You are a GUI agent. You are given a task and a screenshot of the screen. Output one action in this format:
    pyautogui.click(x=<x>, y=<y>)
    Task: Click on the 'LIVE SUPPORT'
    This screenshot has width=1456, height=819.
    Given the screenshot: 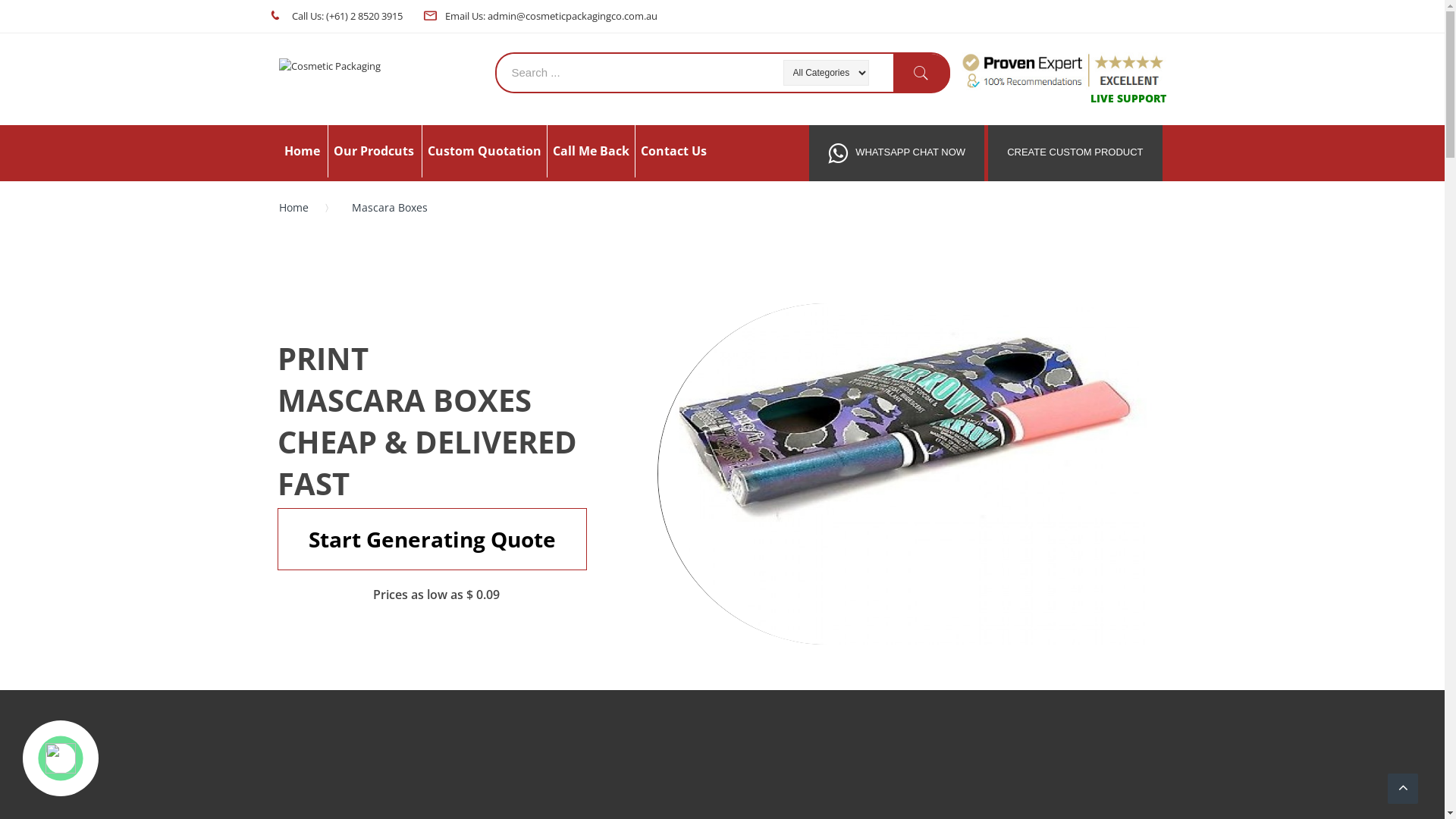 What is the action you would take?
    pyautogui.click(x=1128, y=98)
    